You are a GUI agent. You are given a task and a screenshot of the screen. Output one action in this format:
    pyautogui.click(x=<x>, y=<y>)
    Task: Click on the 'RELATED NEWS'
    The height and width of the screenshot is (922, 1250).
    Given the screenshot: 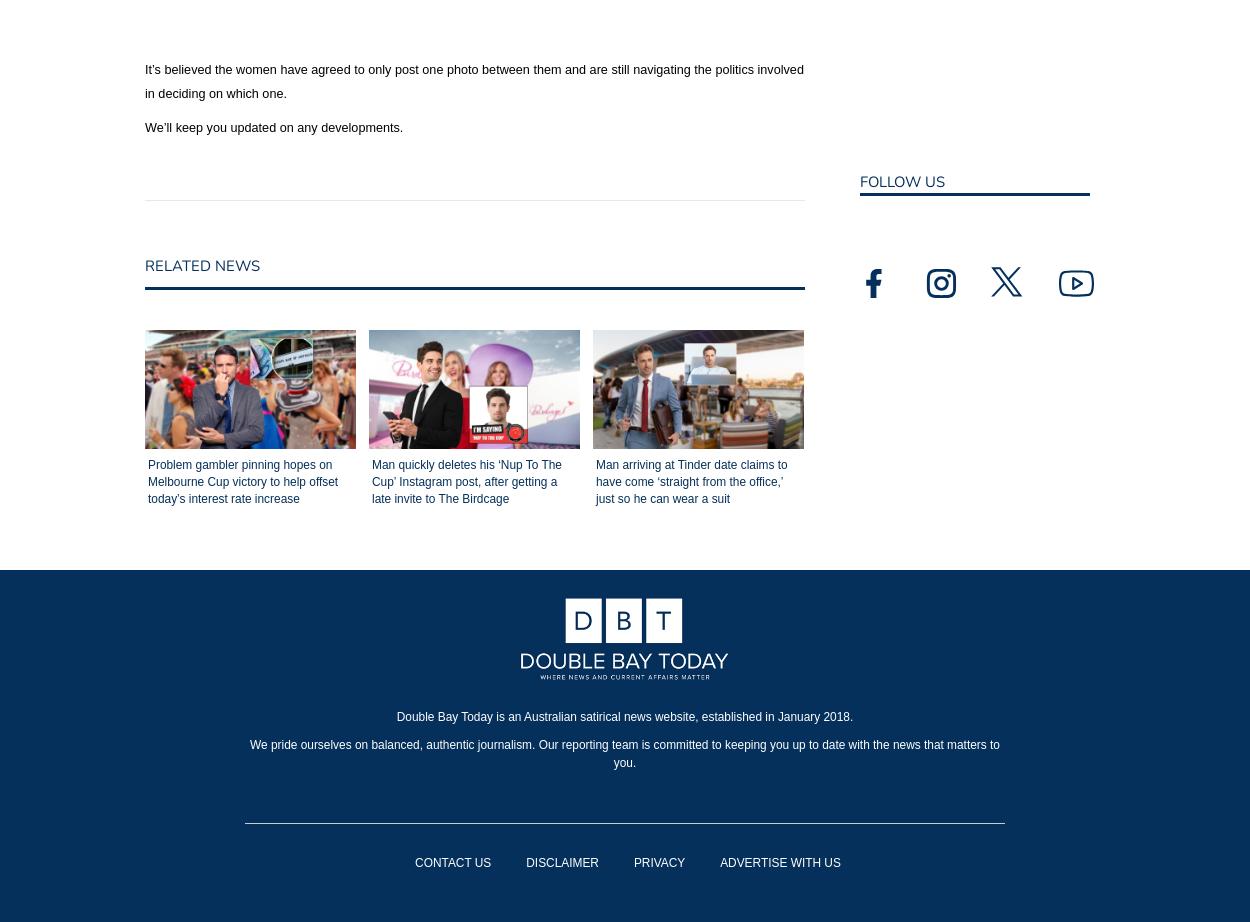 What is the action you would take?
    pyautogui.click(x=201, y=264)
    